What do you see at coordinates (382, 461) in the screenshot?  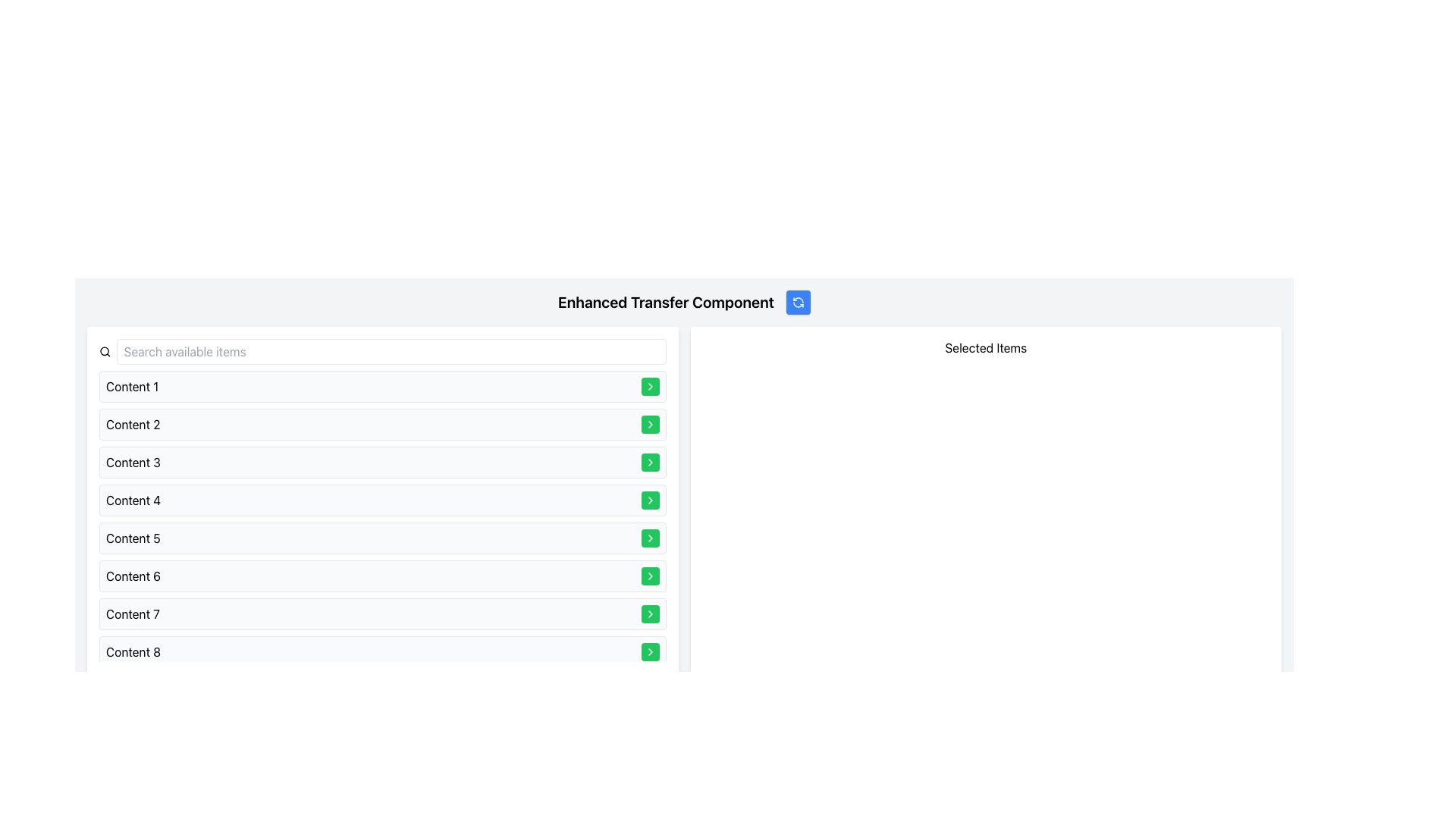 I see `the third selectable item labeled 'Content 3' in the list` at bounding box center [382, 461].